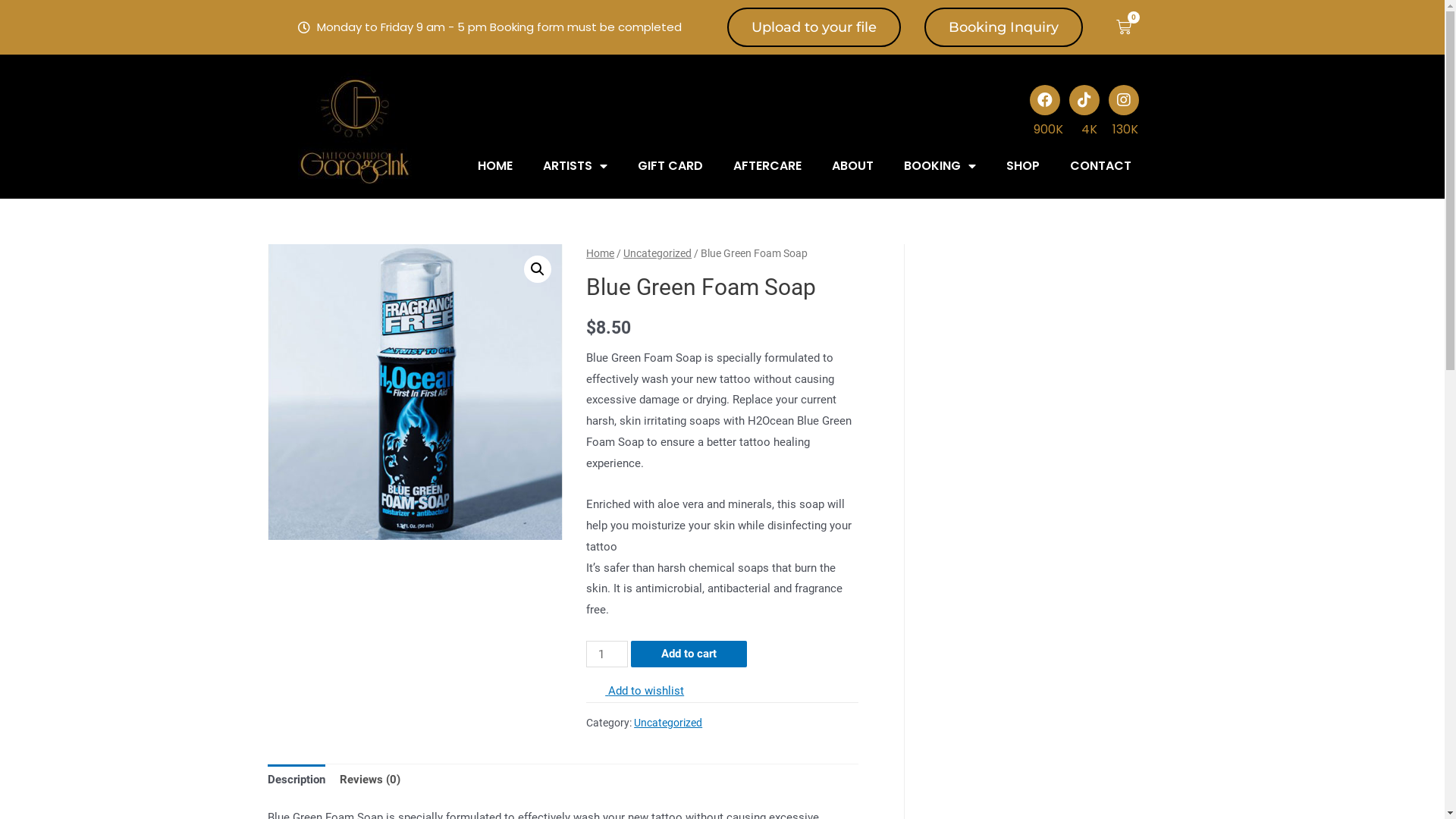  Describe the element at coordinates (623, 253) in the screenshot. I see `'Uncategorized'` at that location.